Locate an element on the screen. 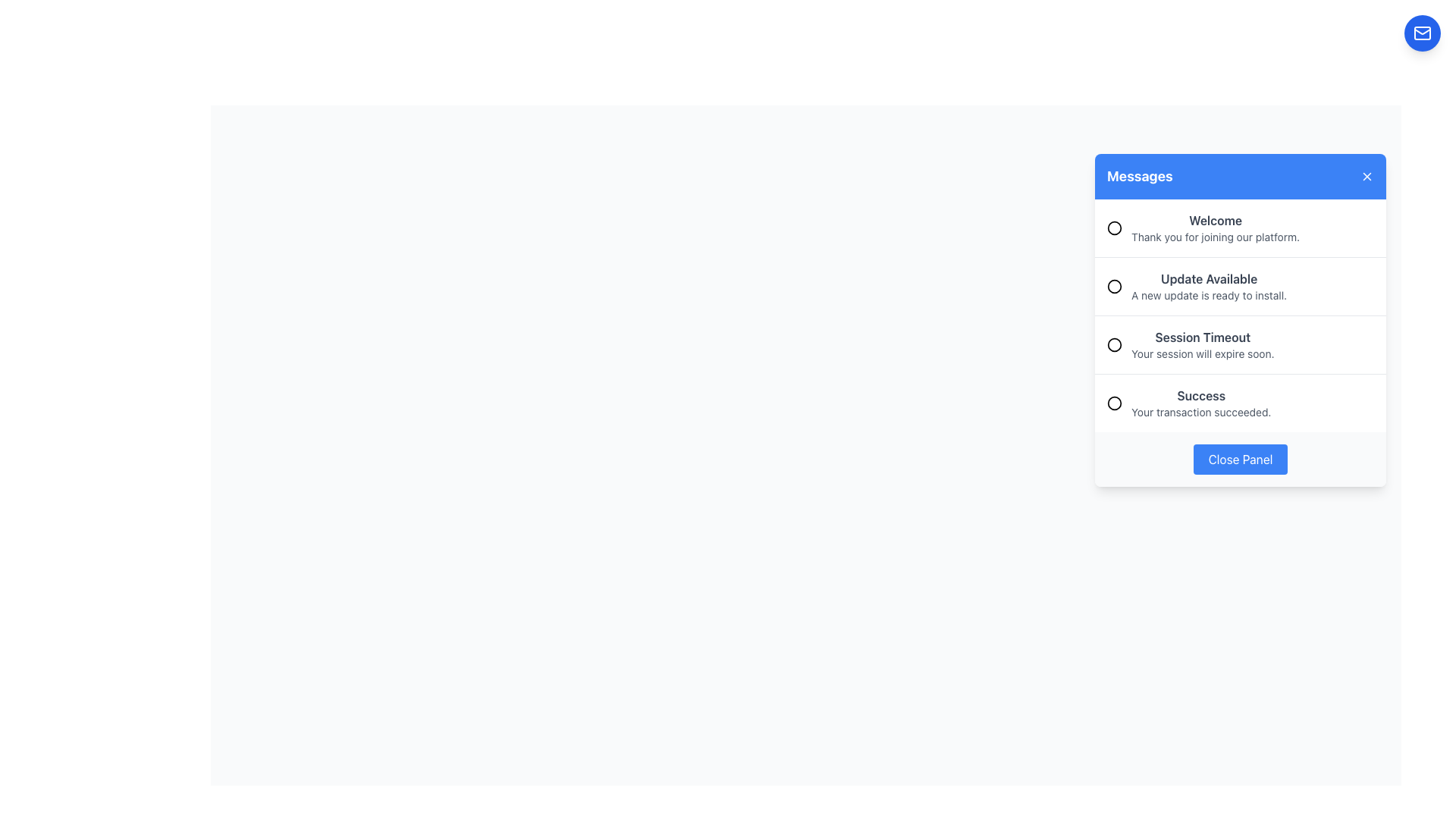  the success status icon located to the left of the 'Success' text in the Messages panel, which is positioned at the bottom-most item of the list is located at coordinates (1114, 403).